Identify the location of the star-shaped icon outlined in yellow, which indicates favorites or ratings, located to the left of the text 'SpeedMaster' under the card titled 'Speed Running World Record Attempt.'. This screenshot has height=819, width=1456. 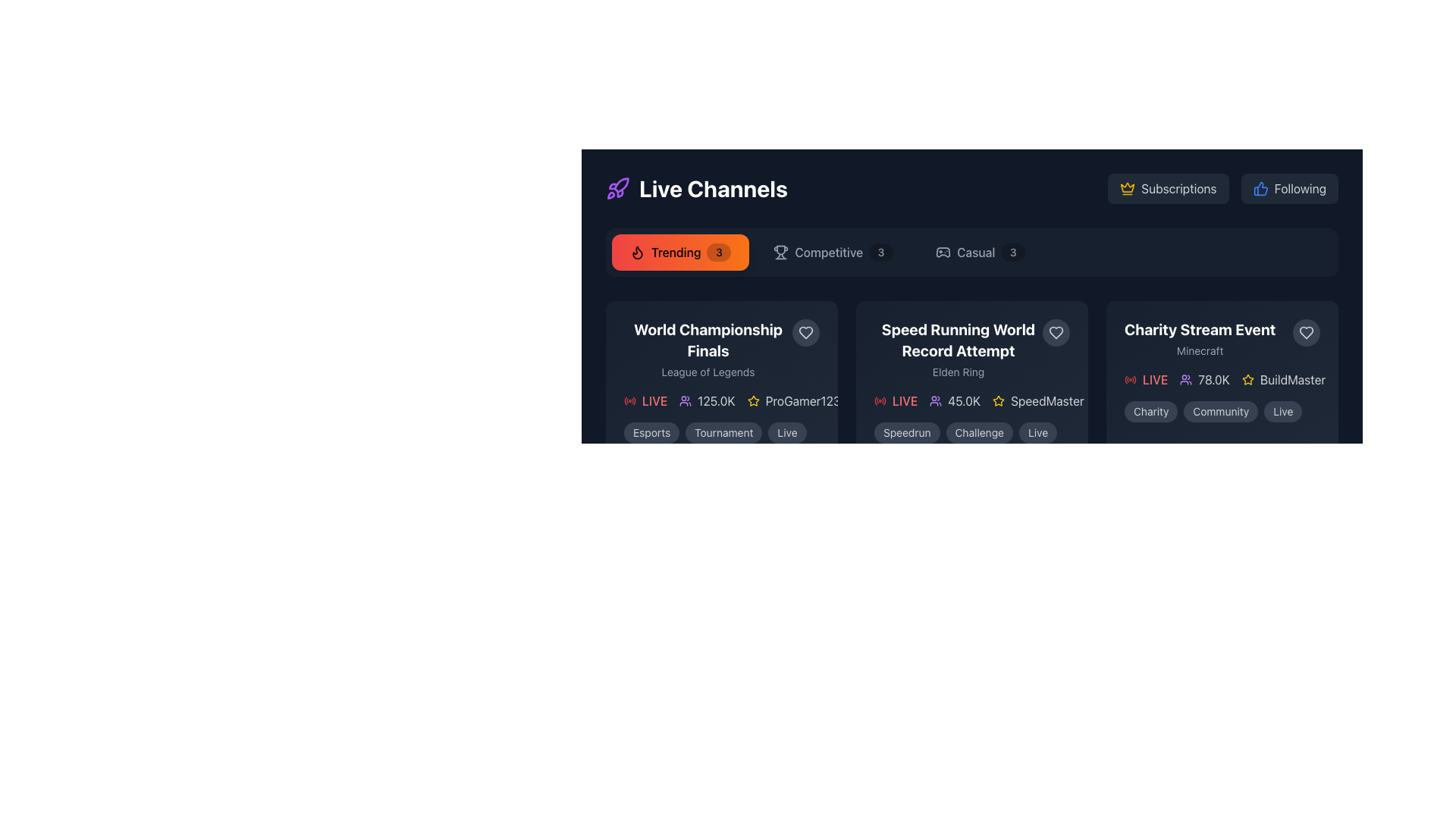
(999, 400).